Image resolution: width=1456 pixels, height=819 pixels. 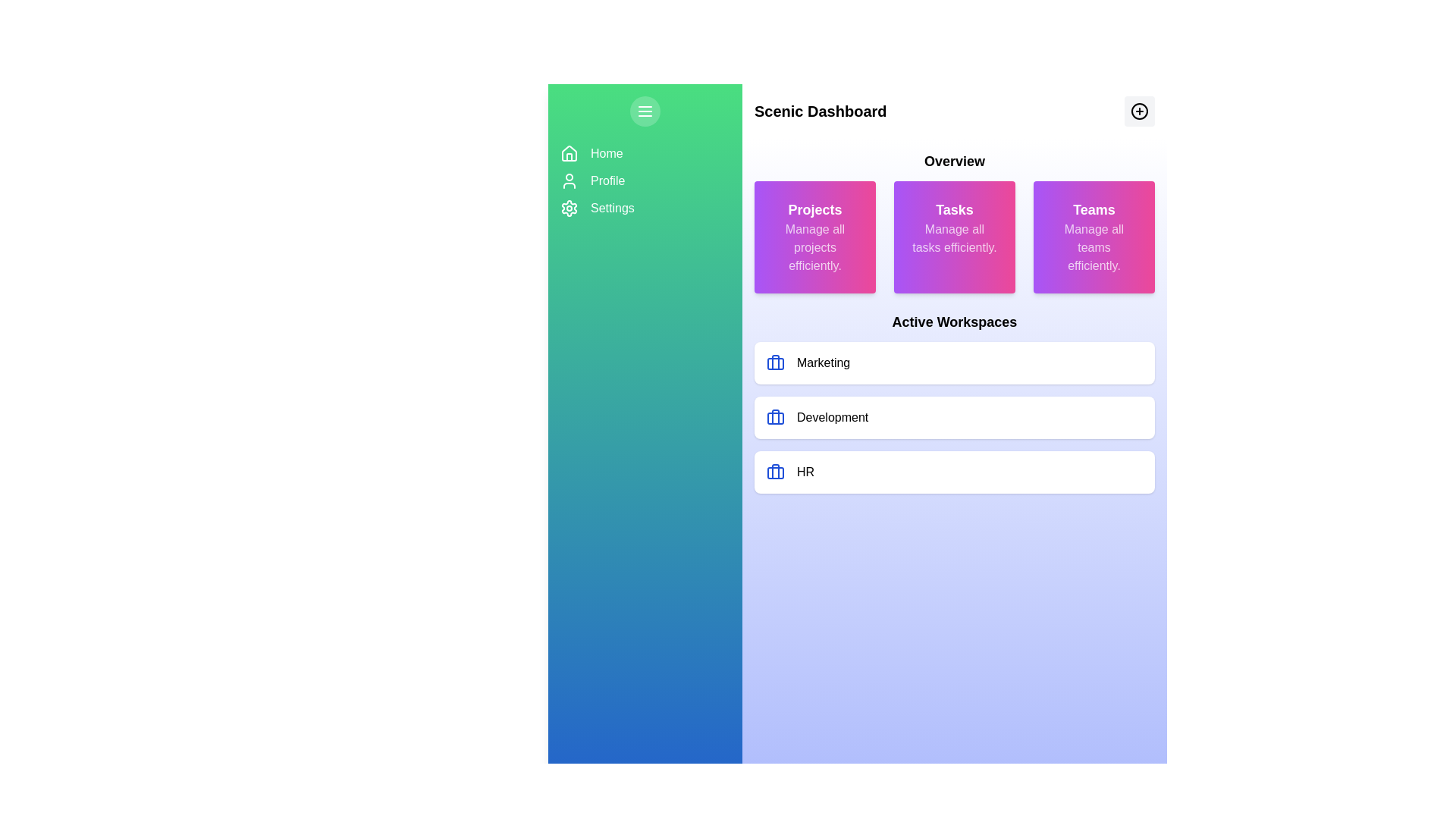 What do you see at coordinates (775, 362) in the screenshot?
I see `the blue briefcase icon located to the left of the 'Marketing' text in the 'Active Workspaces' section` at bounding box center [775, 362].